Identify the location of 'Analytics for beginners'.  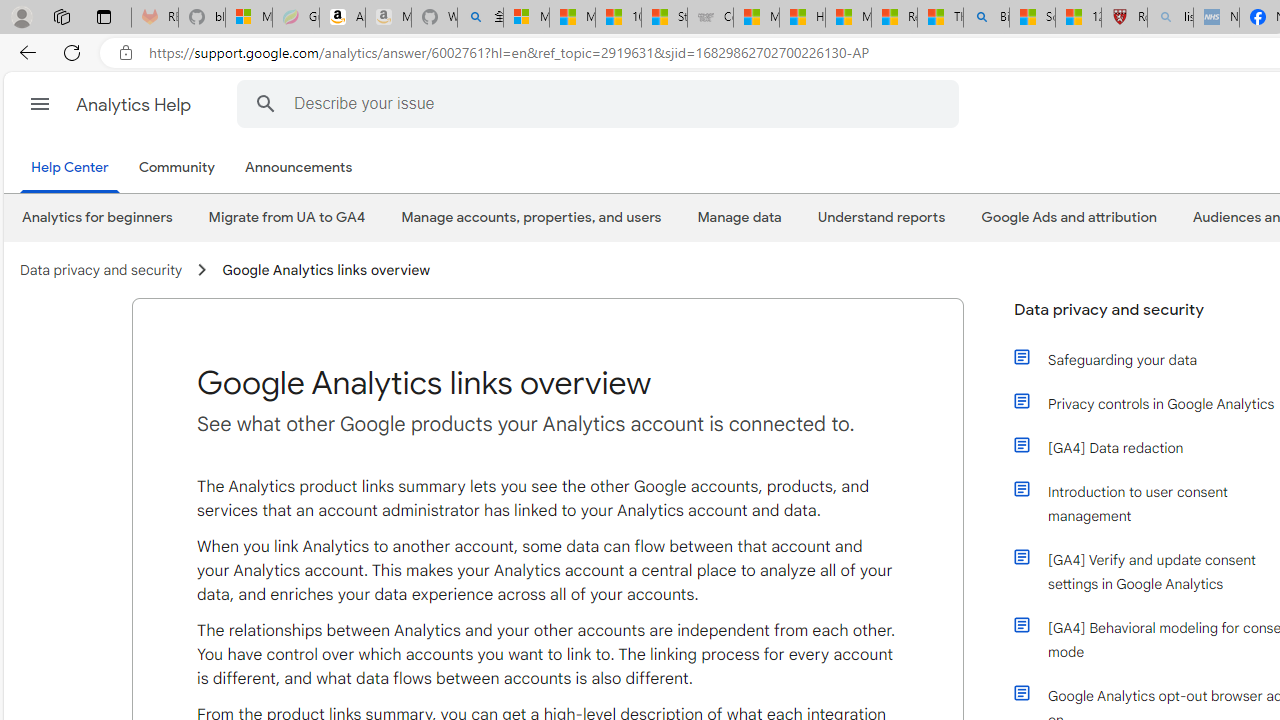
(96, 217).